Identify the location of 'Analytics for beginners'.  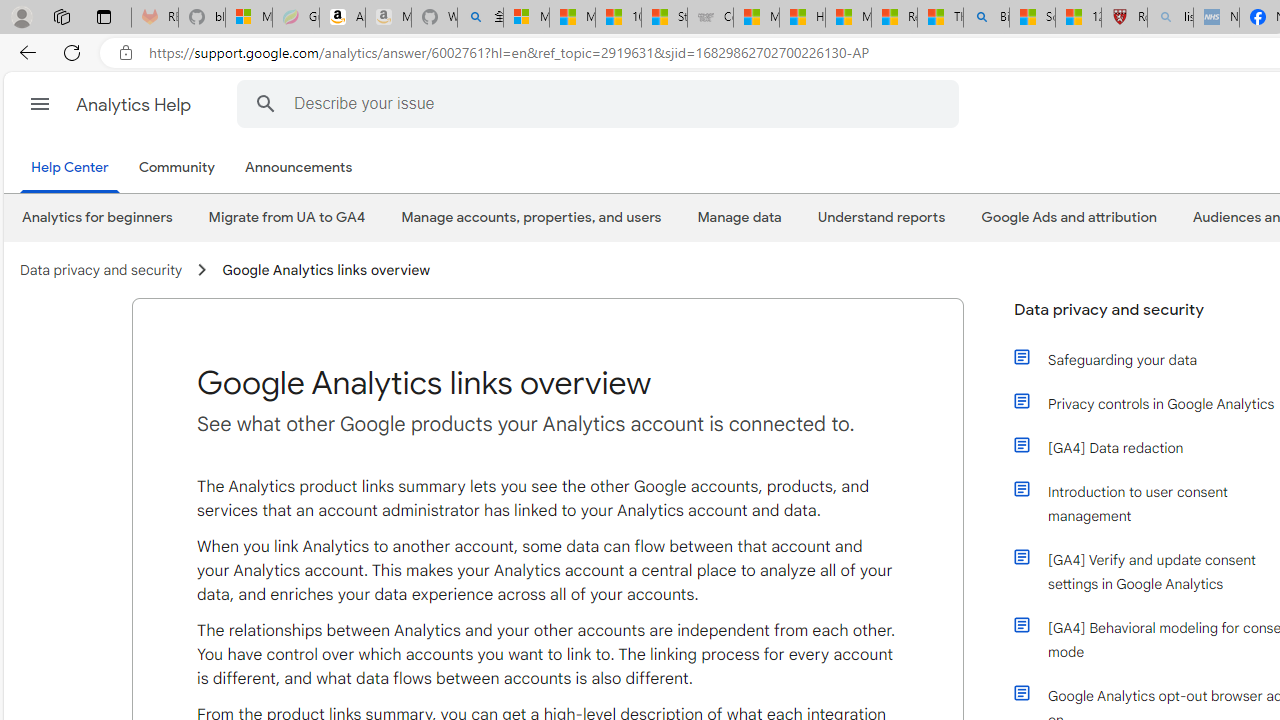
(96, 217).